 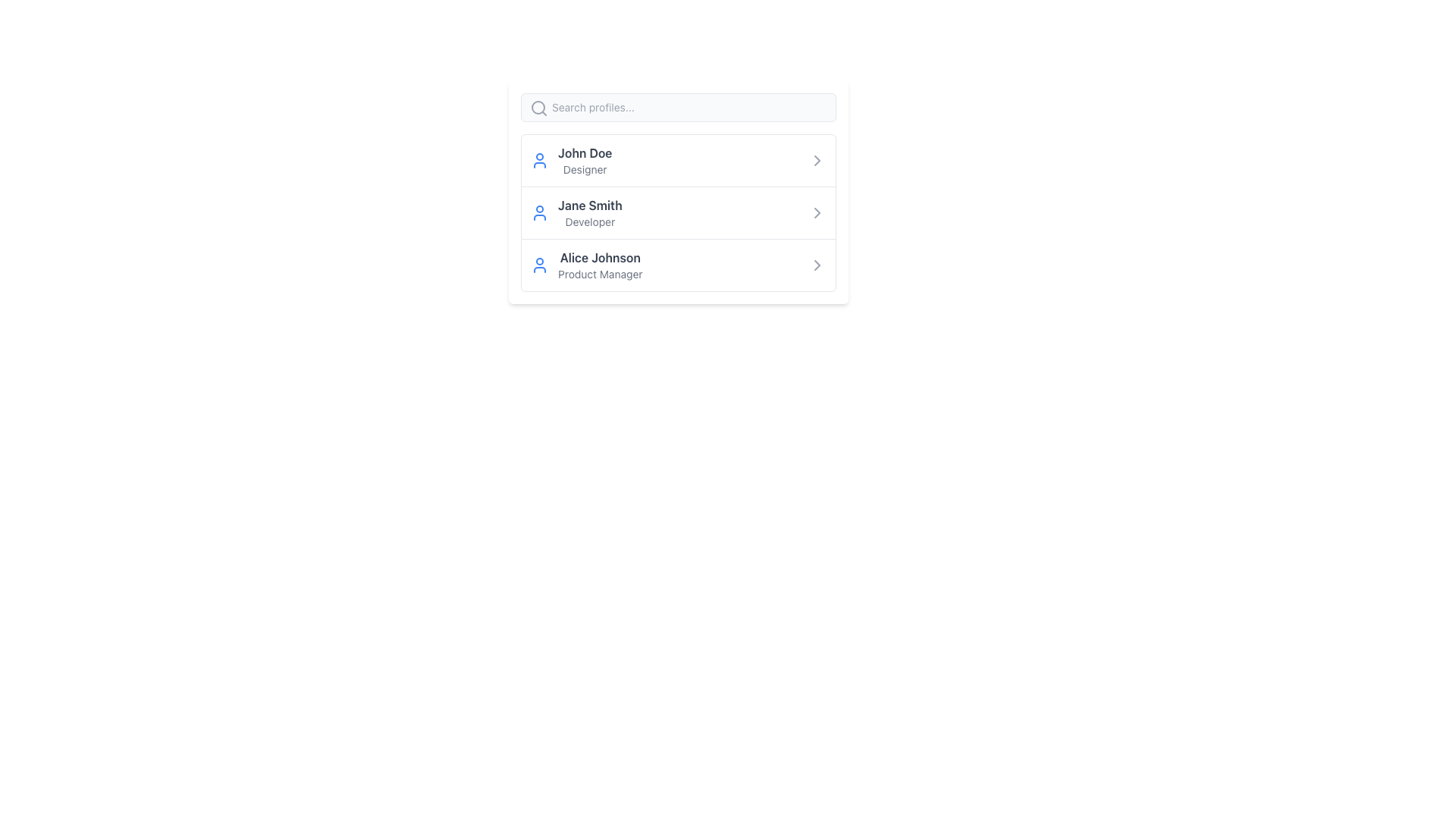 I want to click on the user profile icon for Jane Smith to trigger auxiliary actions related to the profile, so click(x=539, y=213).